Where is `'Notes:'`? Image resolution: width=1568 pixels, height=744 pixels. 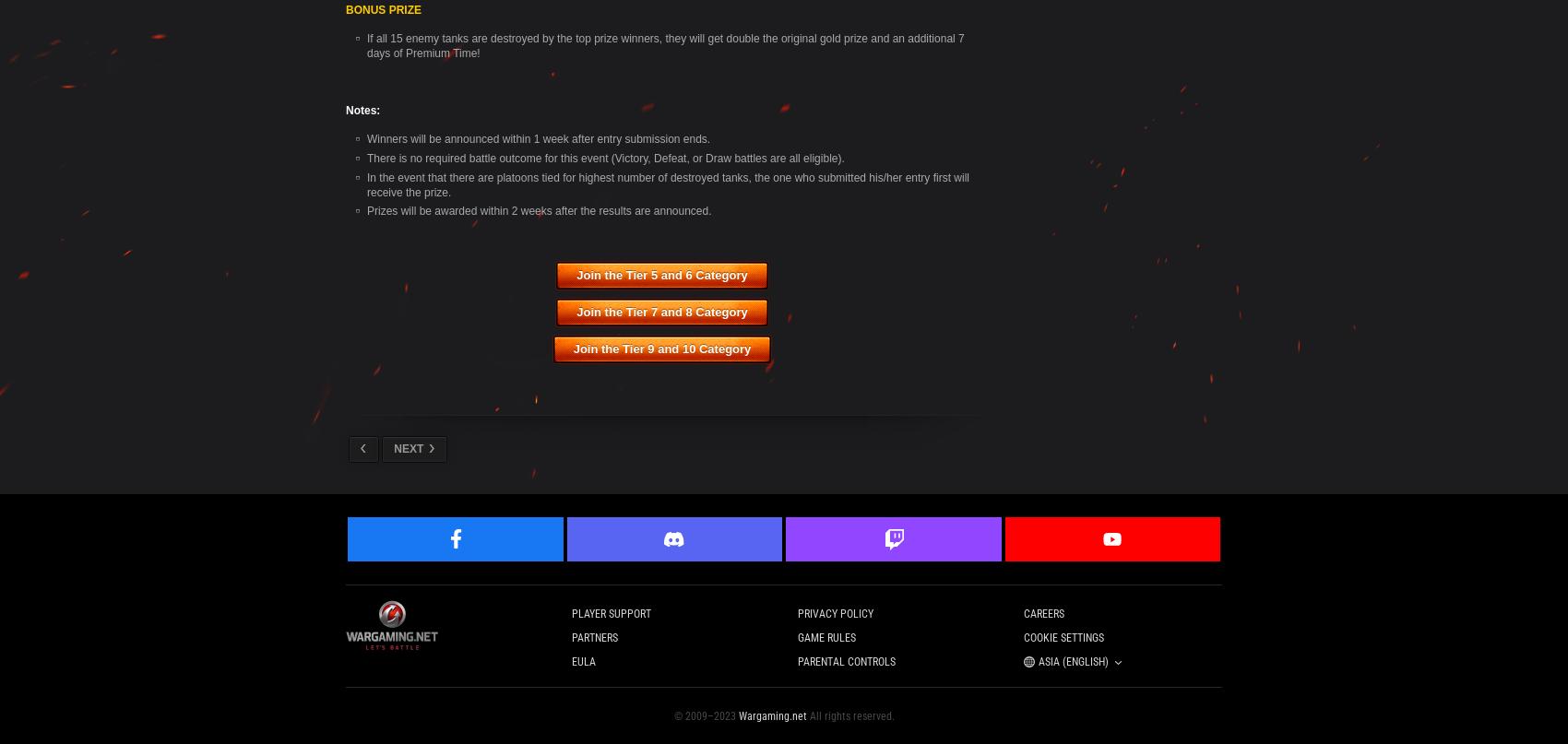 'Notes:' is located at coordinates (362, 109).